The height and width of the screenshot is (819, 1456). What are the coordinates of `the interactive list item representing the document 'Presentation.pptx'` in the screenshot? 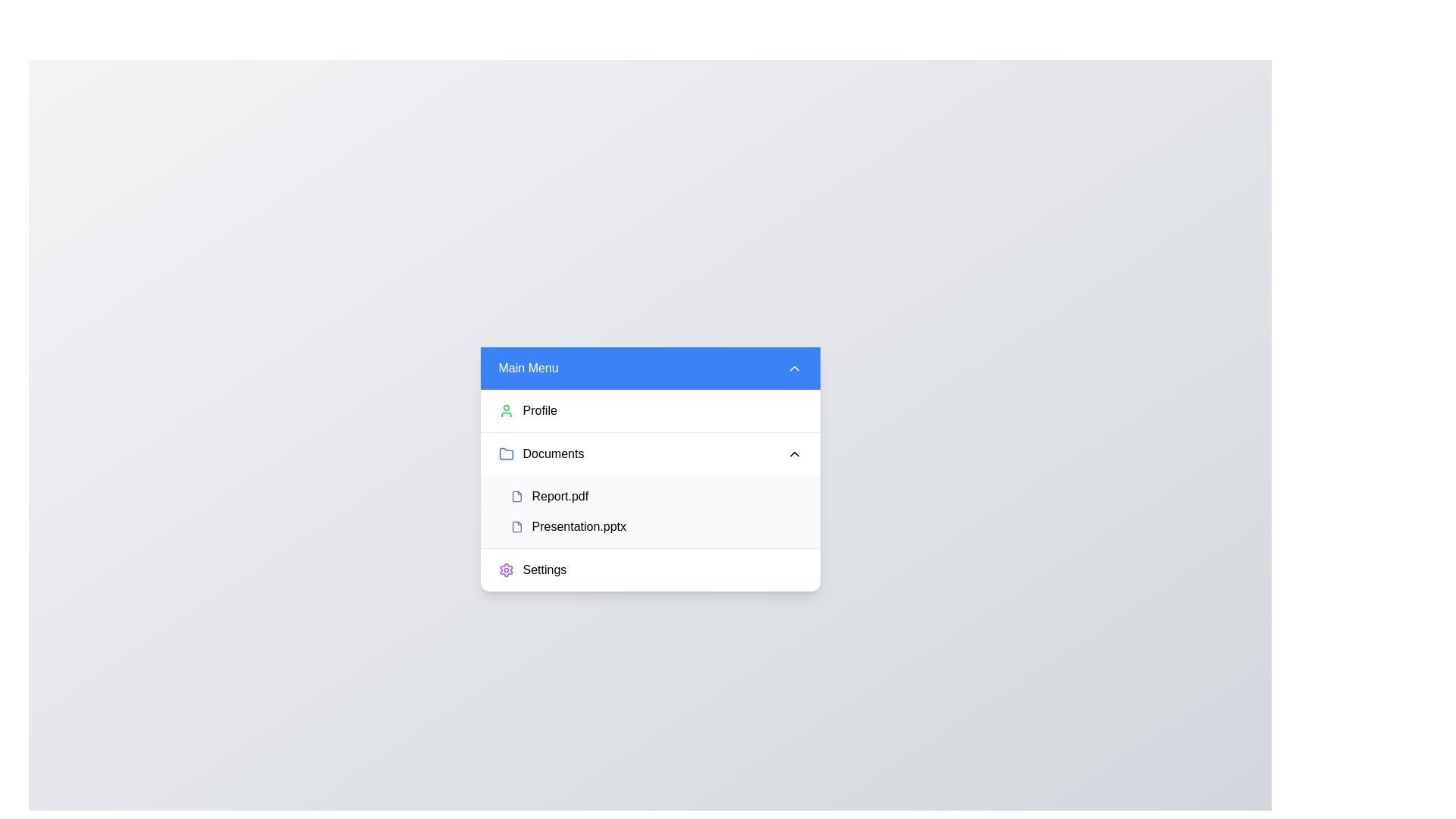 It's located at (665, 526).